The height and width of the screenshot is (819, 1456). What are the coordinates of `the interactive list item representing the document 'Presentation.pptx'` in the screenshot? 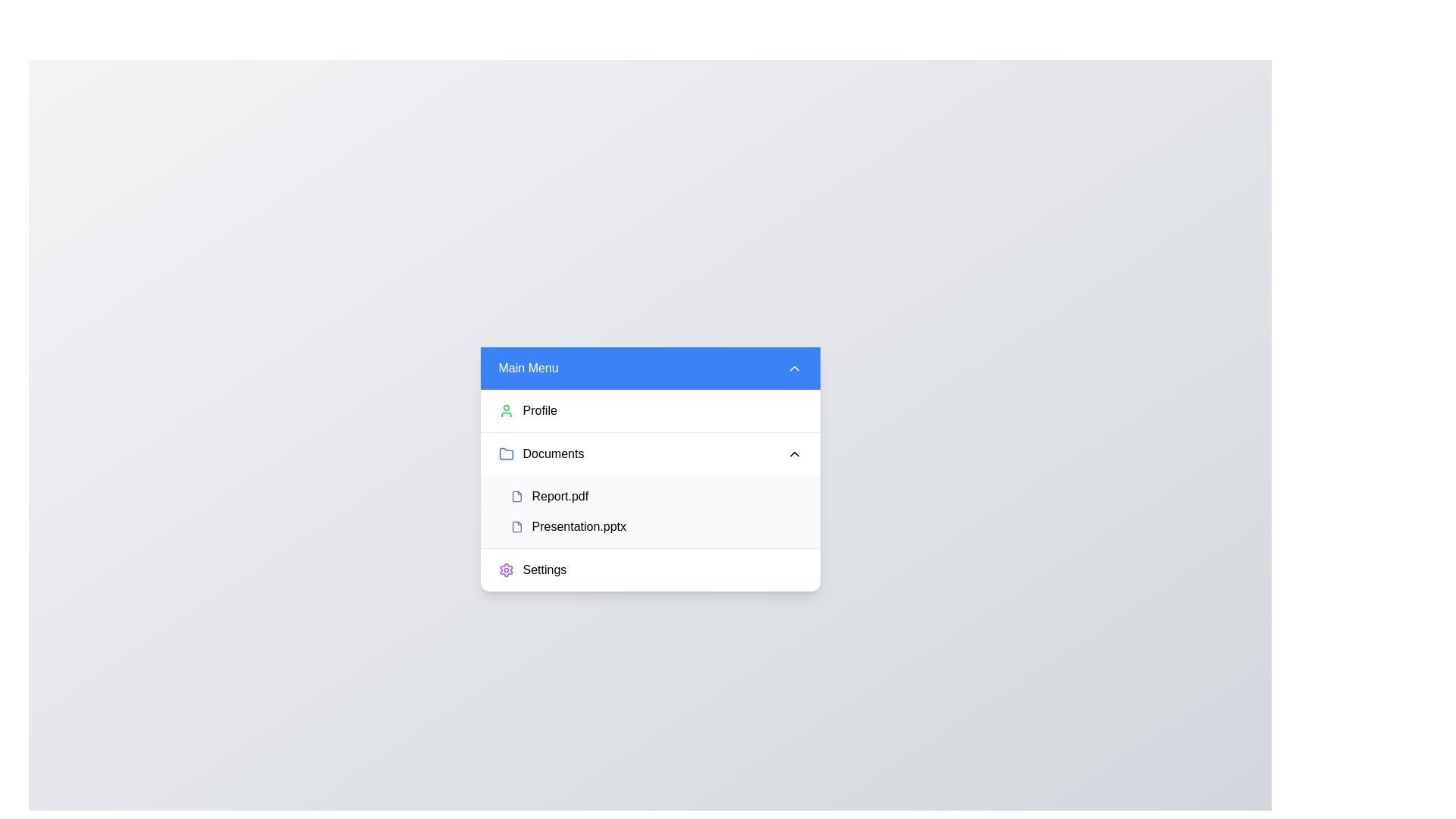 It's located at (665, 526).